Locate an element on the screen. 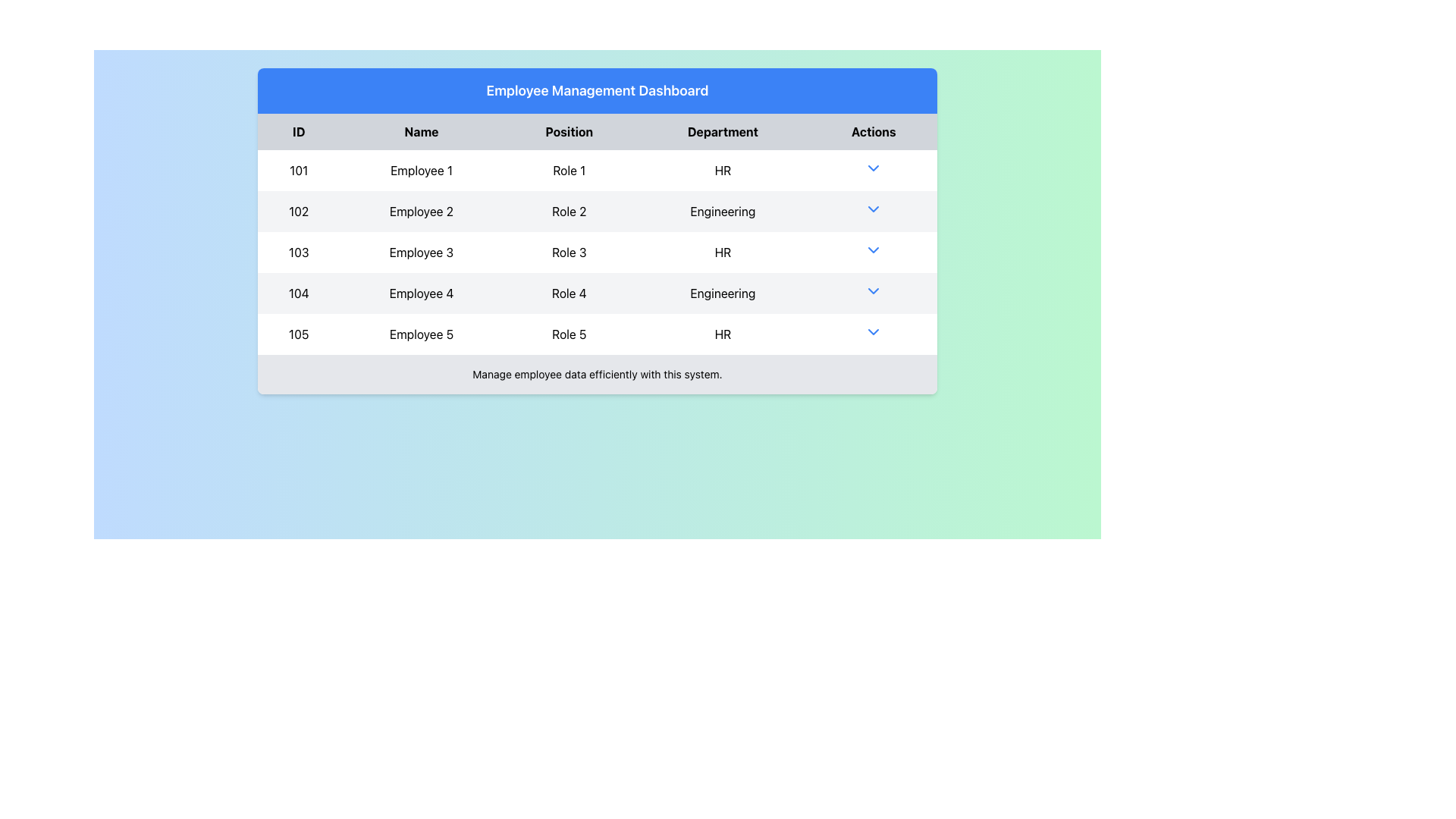 Image resolution: width=1456 pixels, height=819 pixels. the text-based display element showing 'Role 5' in the fifth row under the 'Position' column of the Employee Management Dashboard is located at coordinates (568, 333).